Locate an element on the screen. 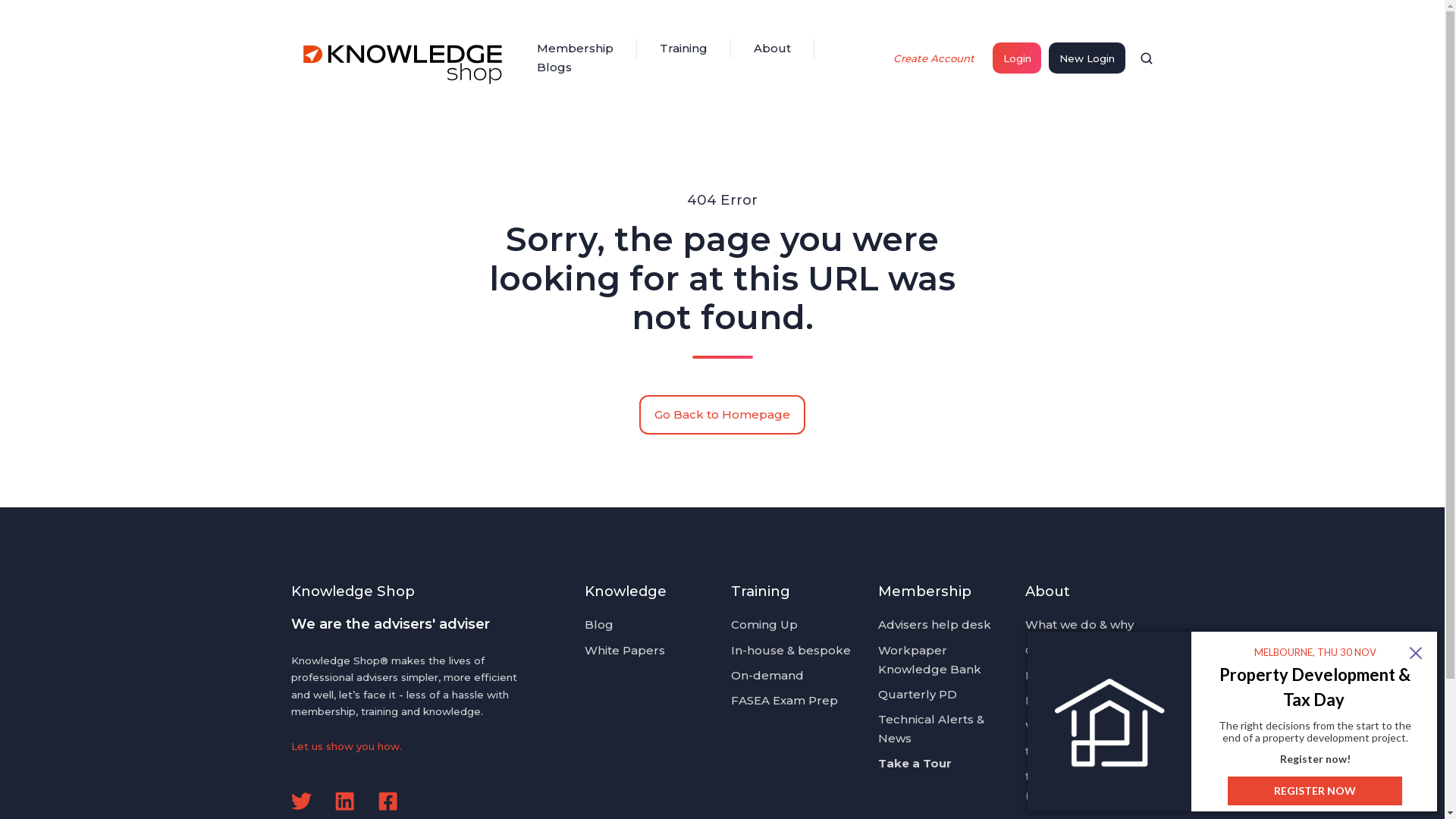  'Workpaper Knowledge Bank' is located at coordinates (928, 659).